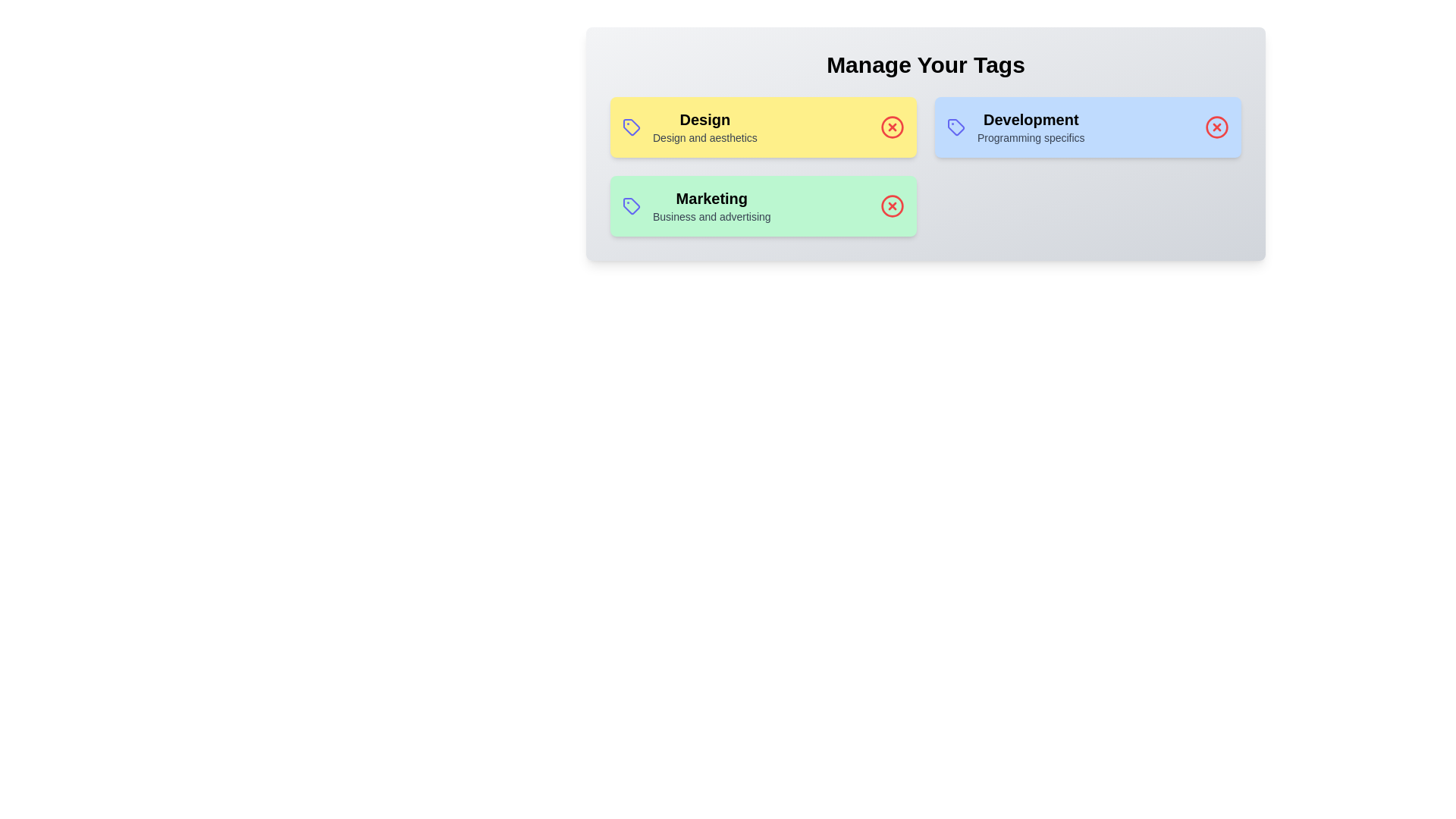  Describe the element at coordinates (1216, 127) in the screenshot. I see `the delete icon for the tag labeled Development` at that location.